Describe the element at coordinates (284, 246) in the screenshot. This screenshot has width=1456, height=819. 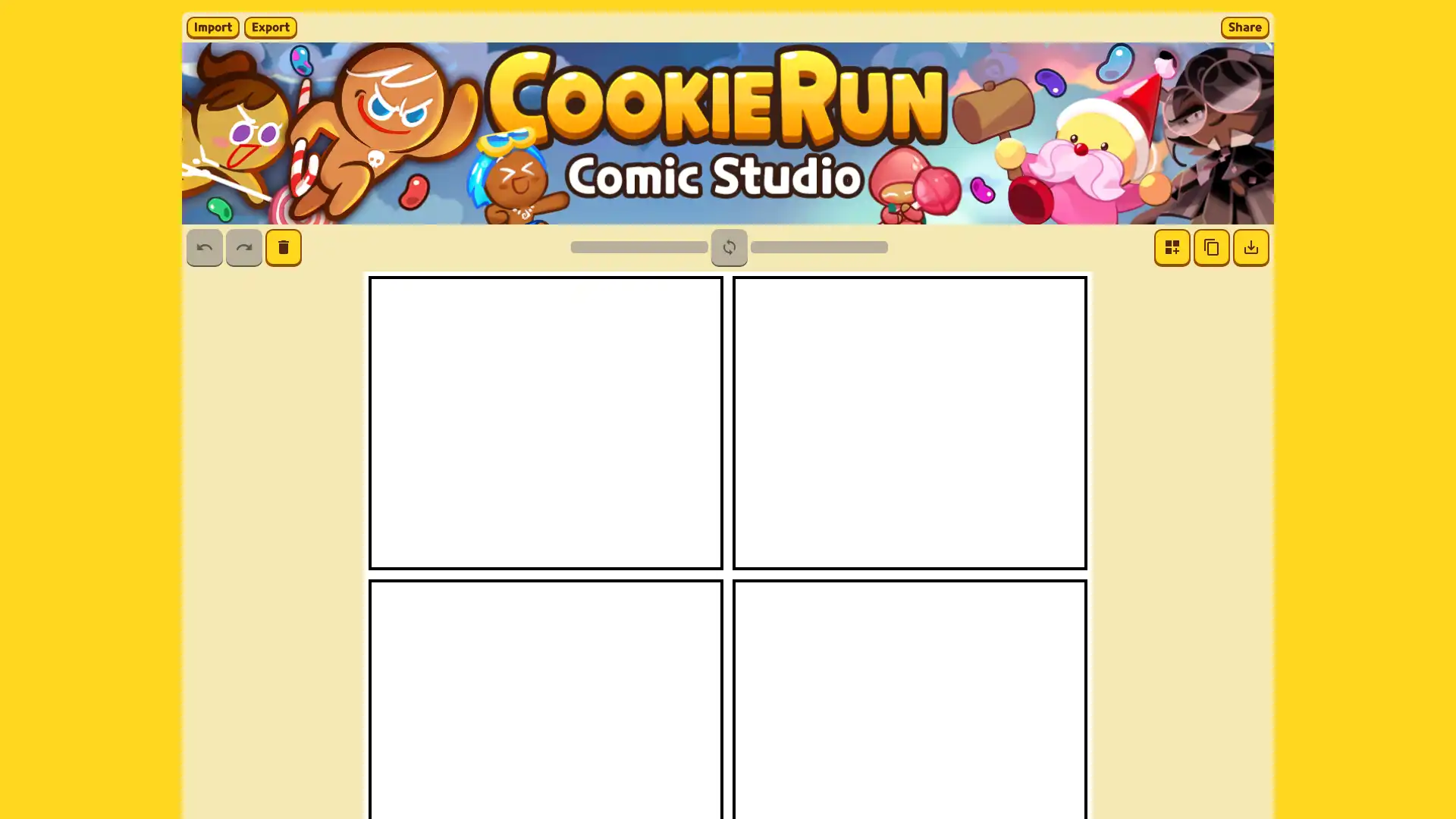
I see `delete` at that location.